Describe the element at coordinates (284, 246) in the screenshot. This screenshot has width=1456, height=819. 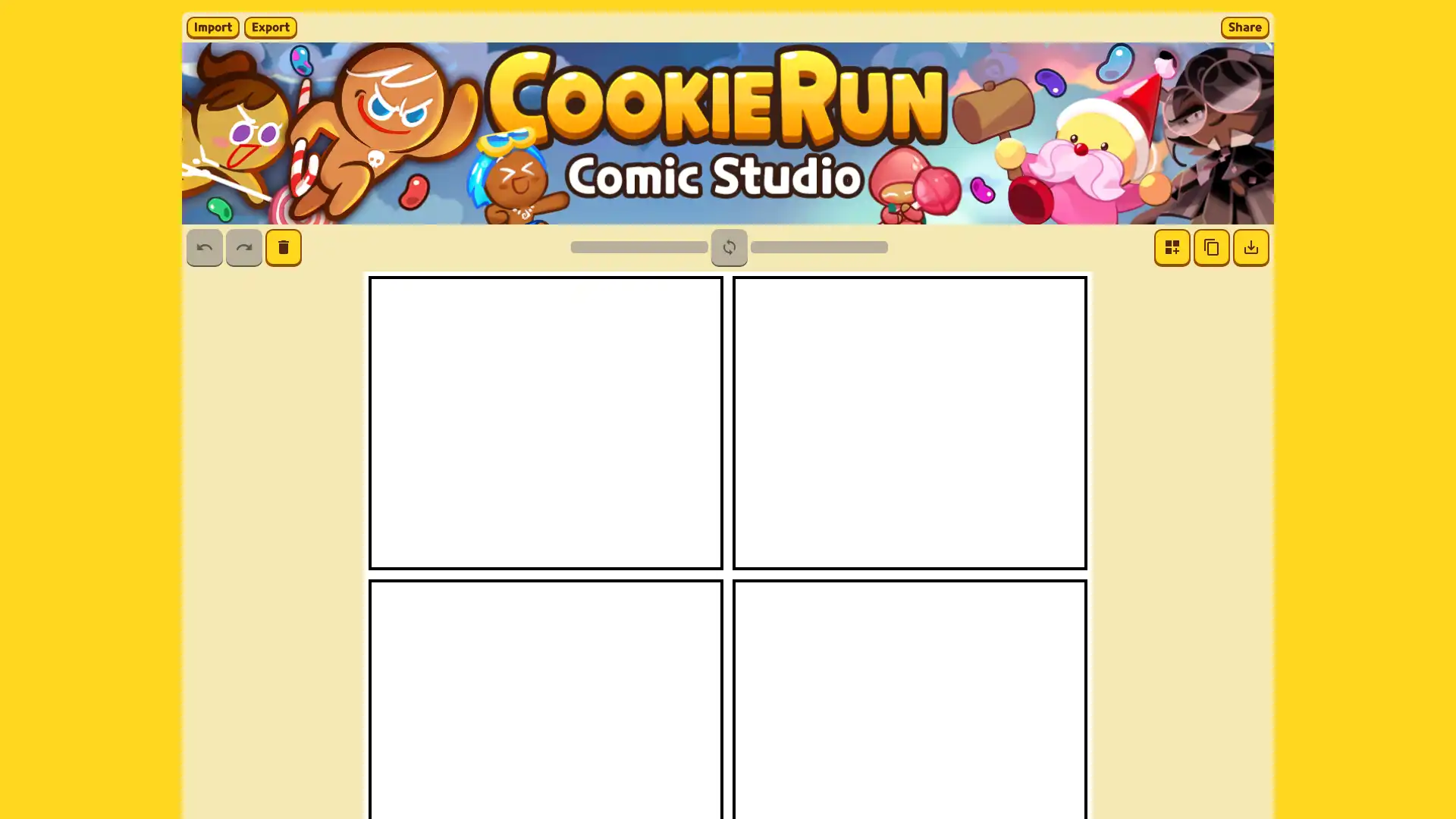
I see `delete` at that location.